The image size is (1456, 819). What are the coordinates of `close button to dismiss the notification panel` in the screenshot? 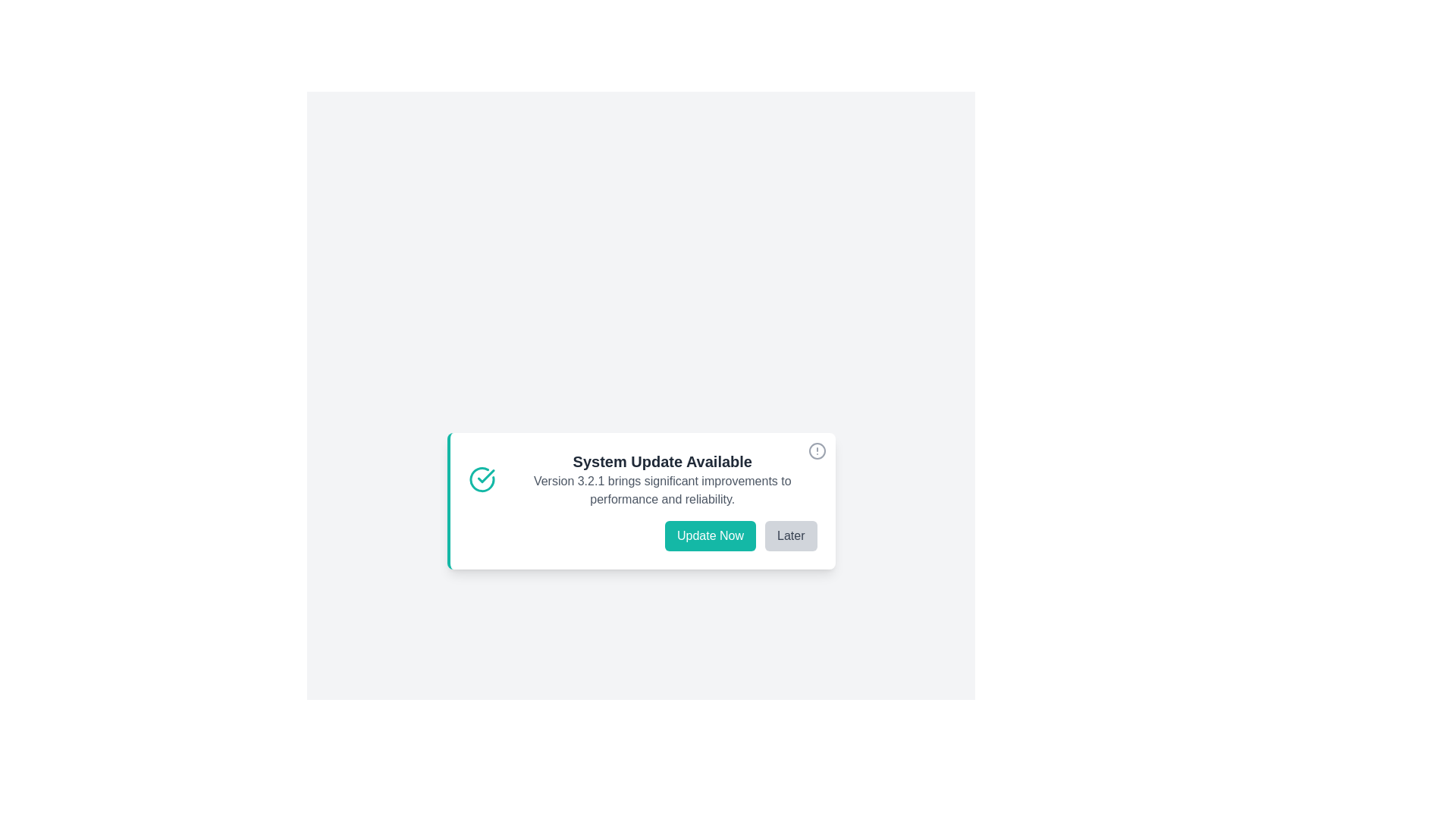 It's located at (816, 450).